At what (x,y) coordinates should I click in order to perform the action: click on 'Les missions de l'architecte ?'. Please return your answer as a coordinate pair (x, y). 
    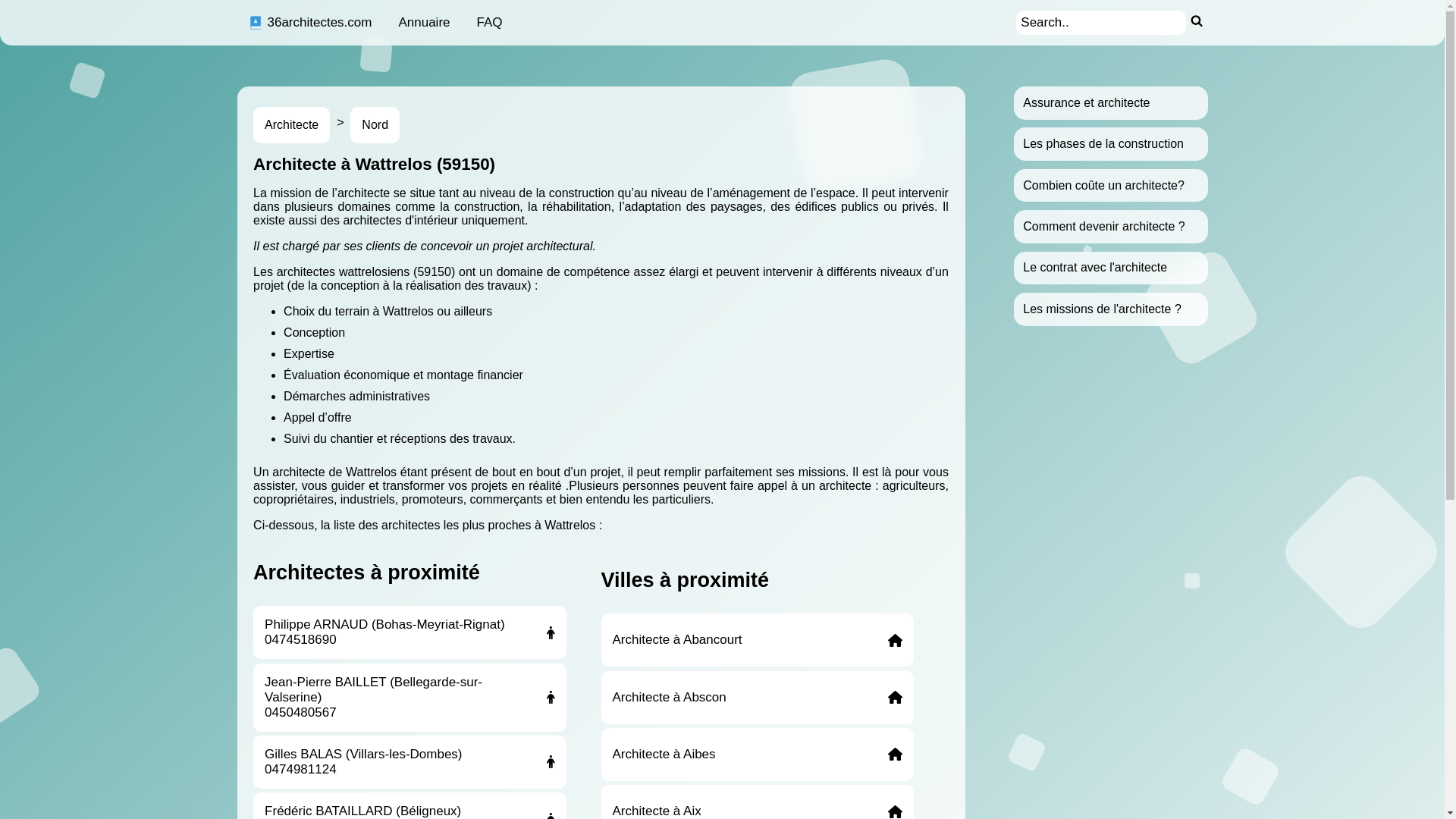
    Looking at the image, I should click on (1102, 308).